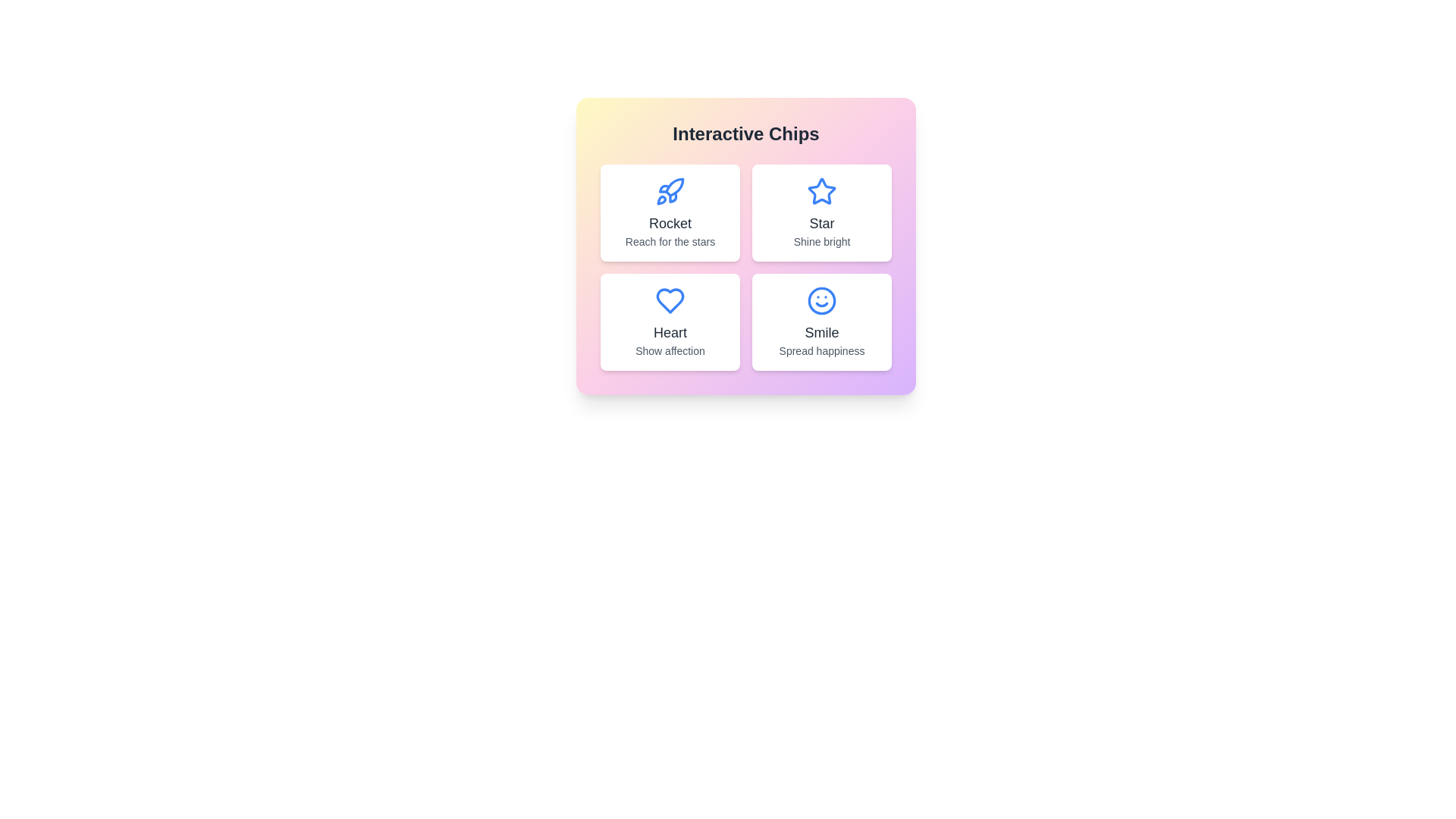 Image resolution: width=1456 pixels, height=819 pixels. I want to click on the chip labeled Smile to interact with it, so click(821, 321).